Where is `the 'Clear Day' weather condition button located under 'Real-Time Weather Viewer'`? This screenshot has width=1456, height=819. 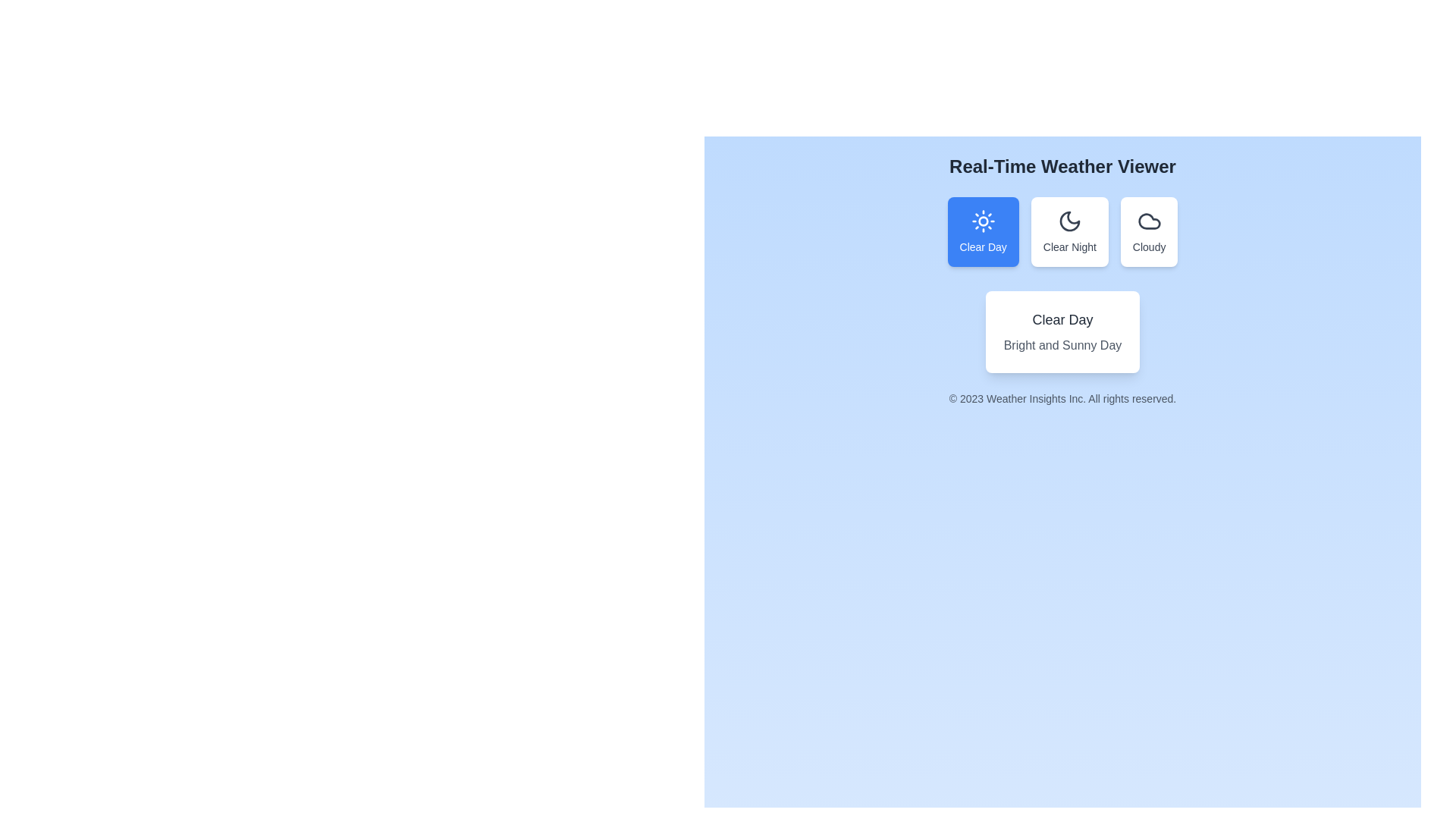
the 'Clear Day' weather condition button located under 'Real-Time Weather Viewer' is located at coordinates (983, 231).